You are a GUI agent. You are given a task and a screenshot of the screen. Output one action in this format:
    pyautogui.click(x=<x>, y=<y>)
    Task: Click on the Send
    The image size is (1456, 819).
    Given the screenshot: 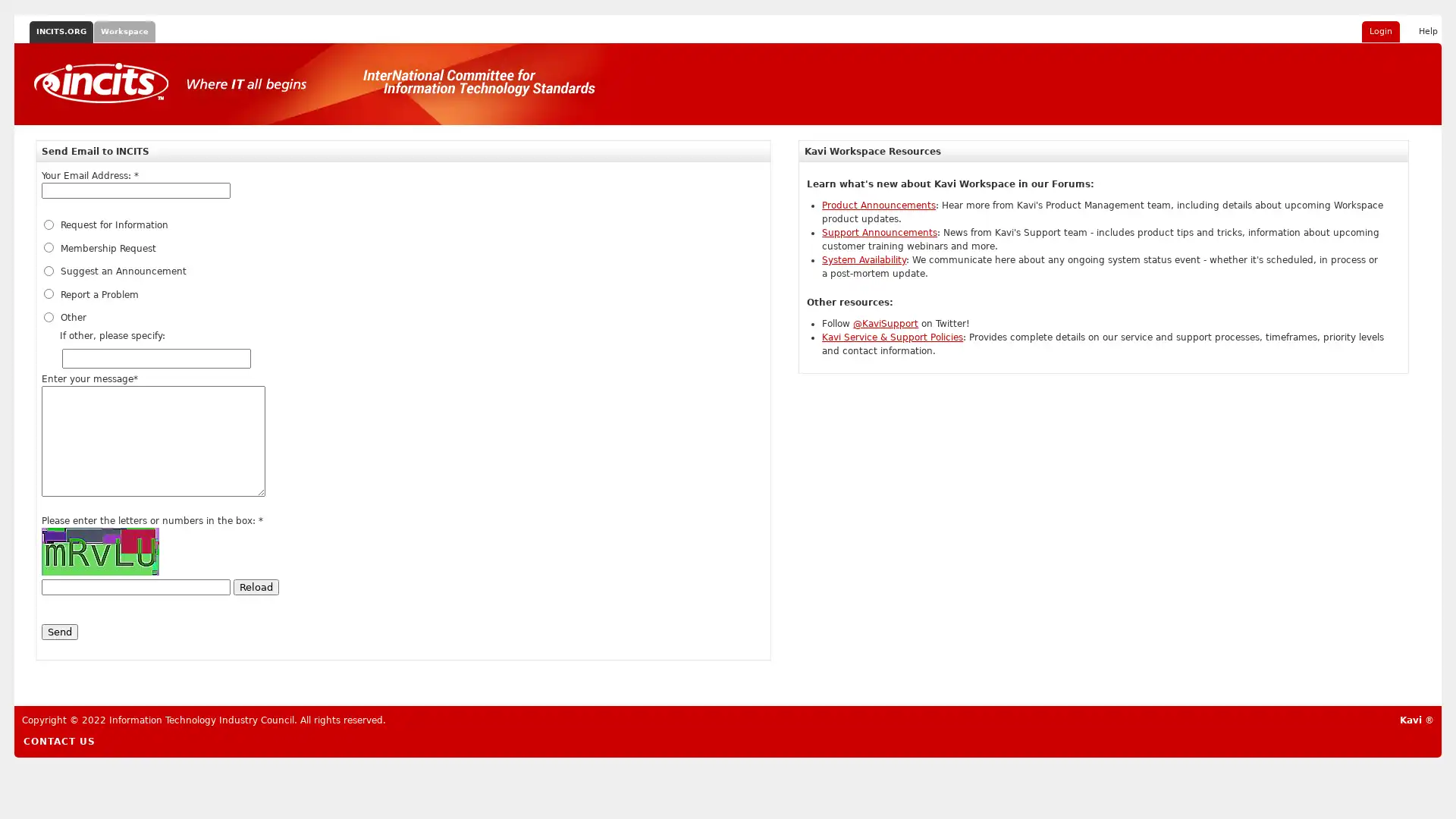 What is the action you would take?
    pyautogui.click(x=59, y=632)
    